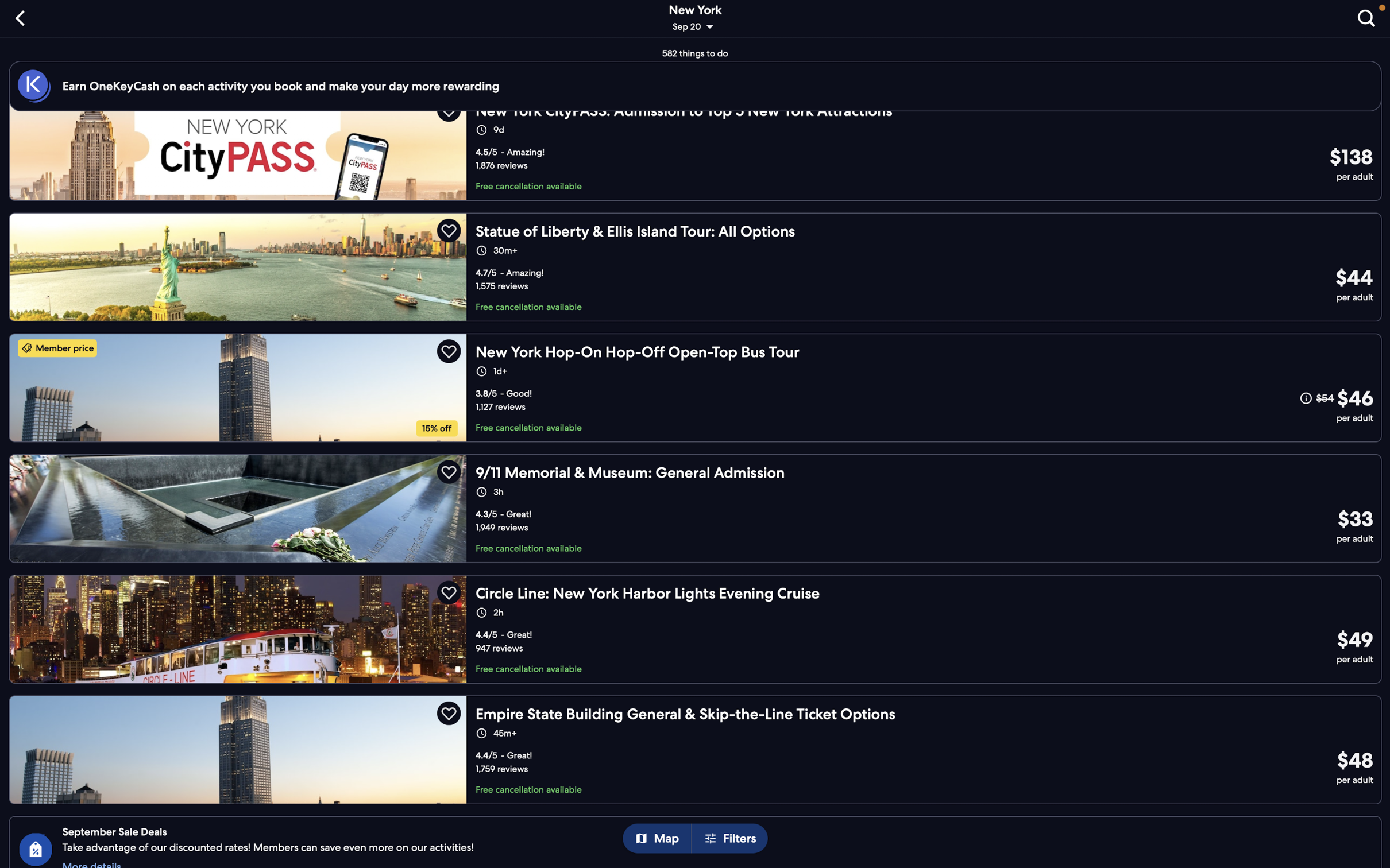 The height and width of the screenshot is (868, 1390). What do you see at coordinates (699, 746) in the screenshot?
I see `the option that reads "empire state building" to add it to your travel plan` at bounding box center [699, 746].